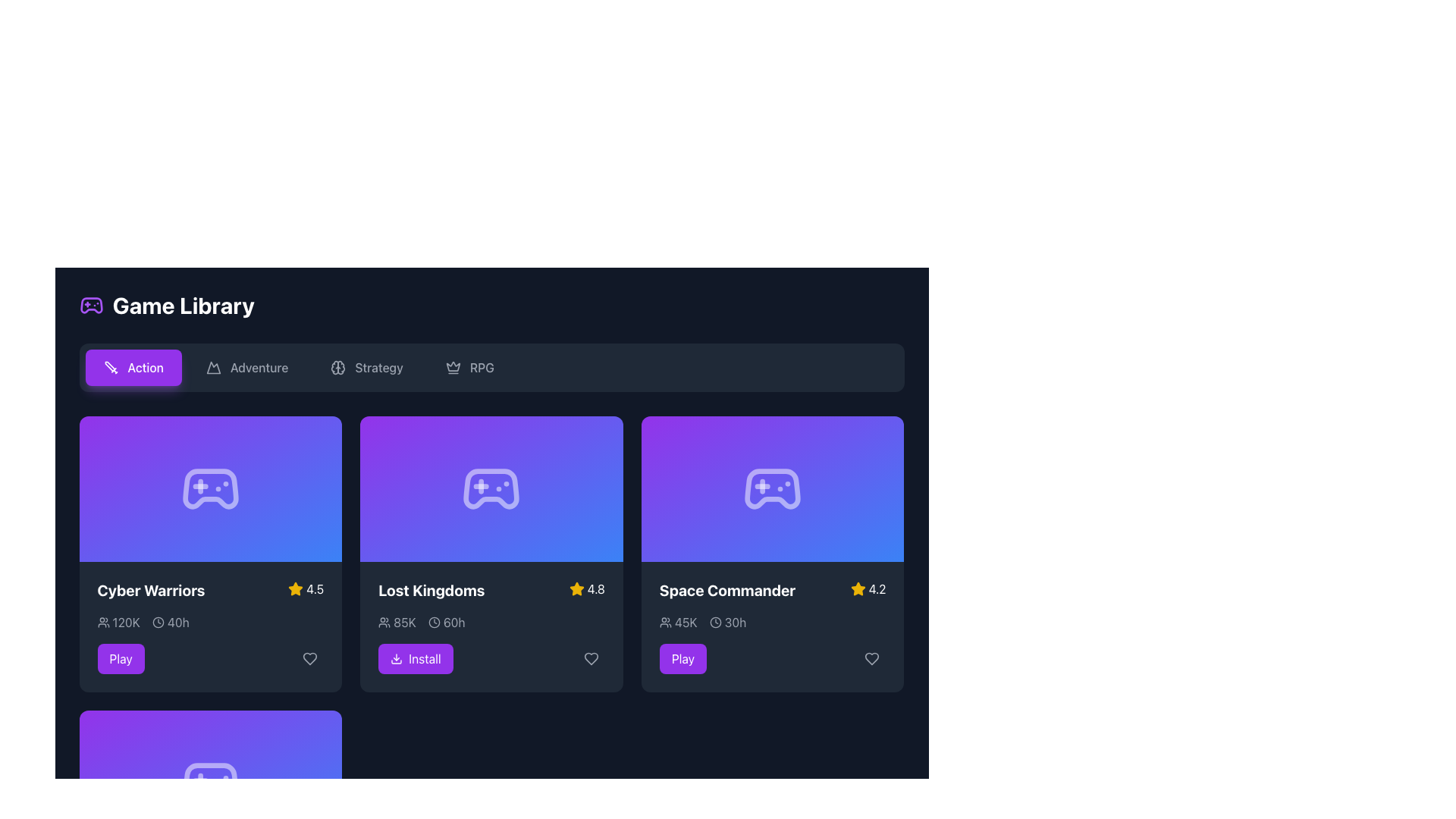 The width and height of the screenshot is (1456, 819). Describe the element at coordinates (773, 488) in the screenshot. I see `the gamepad icon representing 'Space Commander'` at that location.